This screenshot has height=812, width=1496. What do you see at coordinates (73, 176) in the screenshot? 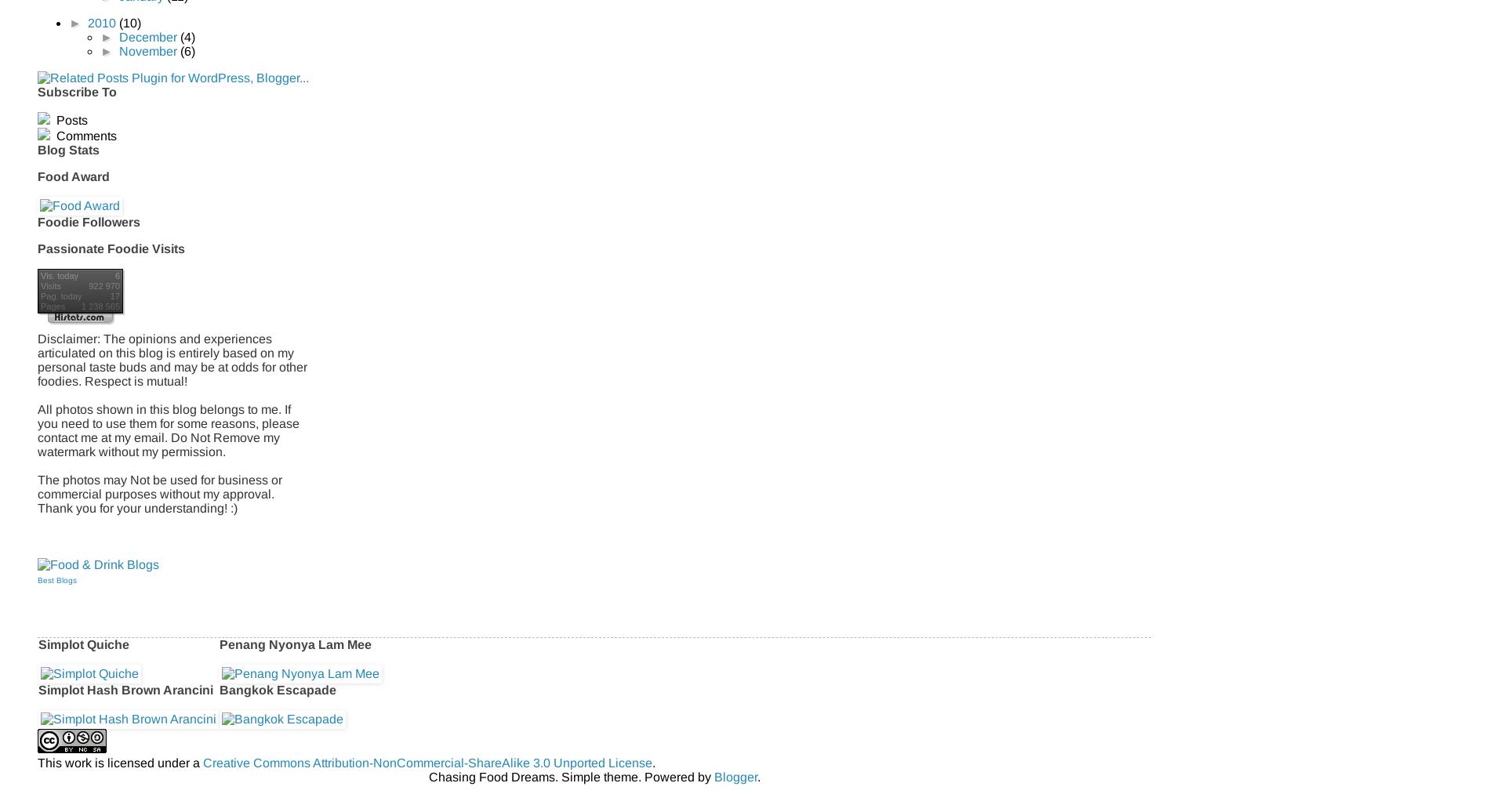
I see `'Food Award'` at bounding box center [73, 176].